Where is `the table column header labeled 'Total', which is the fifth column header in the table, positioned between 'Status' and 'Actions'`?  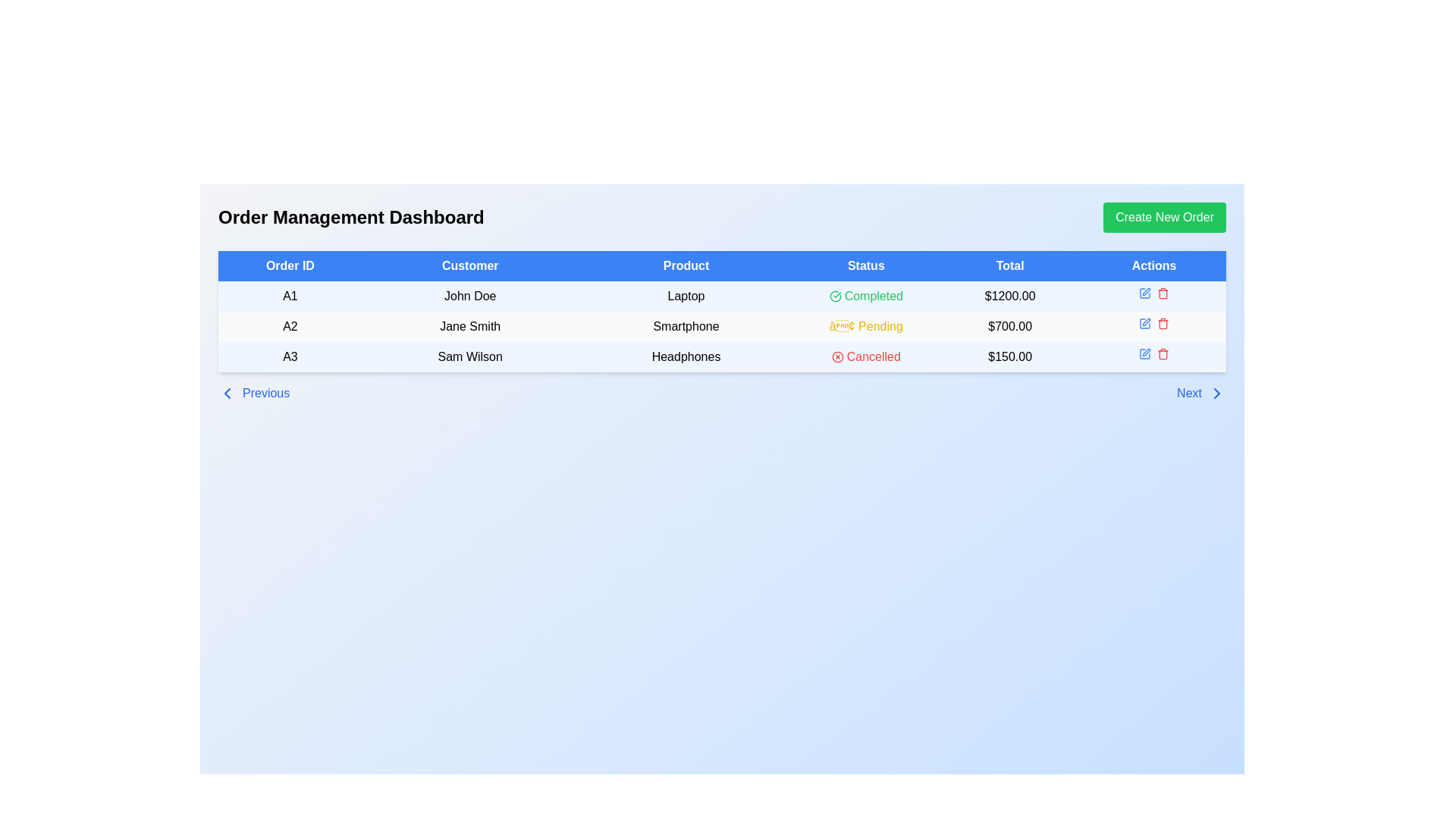 the table column header labeled 'Total', which is the fifth column header in the table, positioned between 'Status' and 'Actions' is located at coordinates (1010, 265).